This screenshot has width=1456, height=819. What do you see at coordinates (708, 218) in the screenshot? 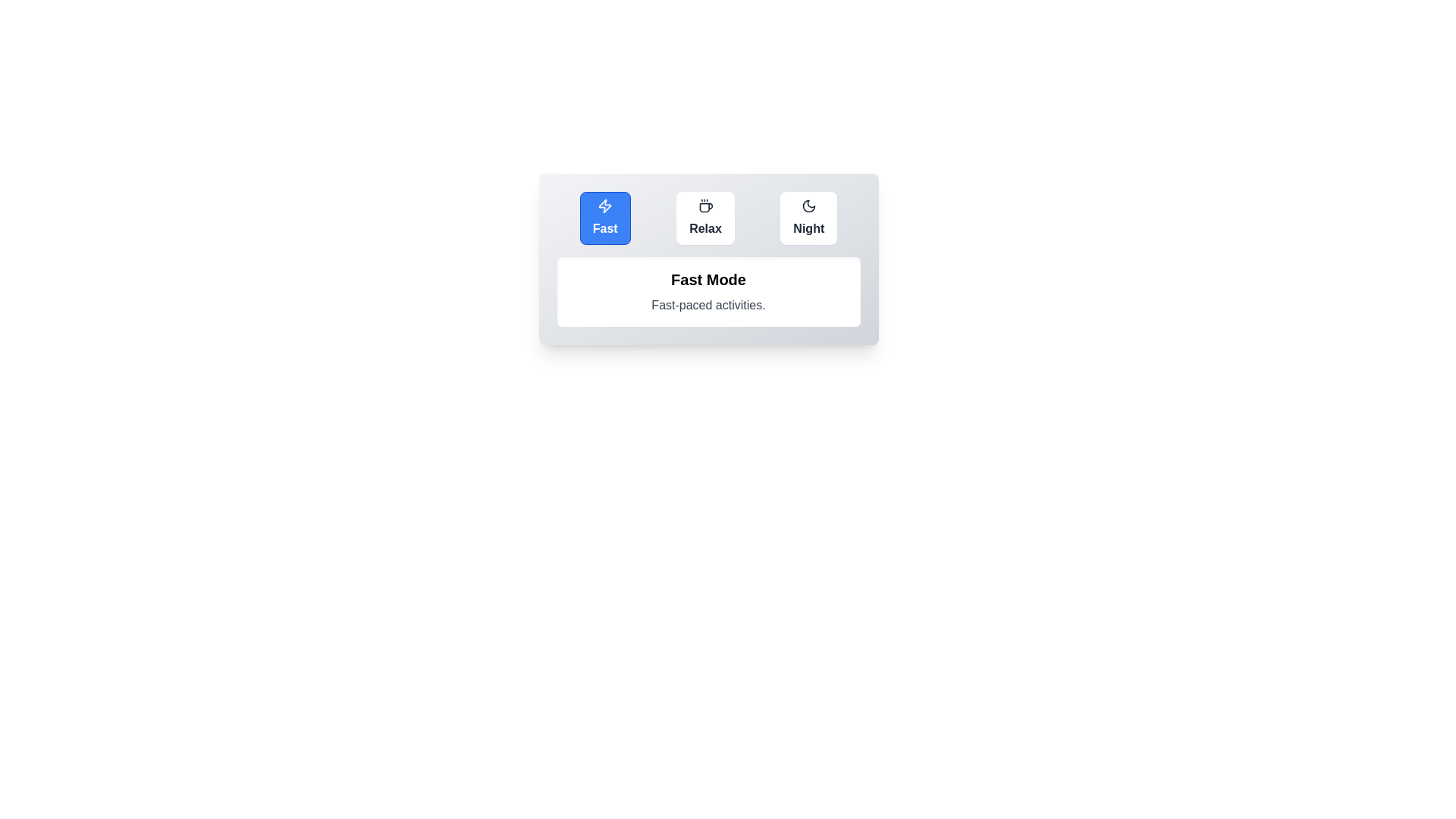
I see `the 'Relax' button, which is the middle button among three horizontally aligned buttons, styled with a white background and gray text, to observe any hover effects` at bounding box center [708, 218].